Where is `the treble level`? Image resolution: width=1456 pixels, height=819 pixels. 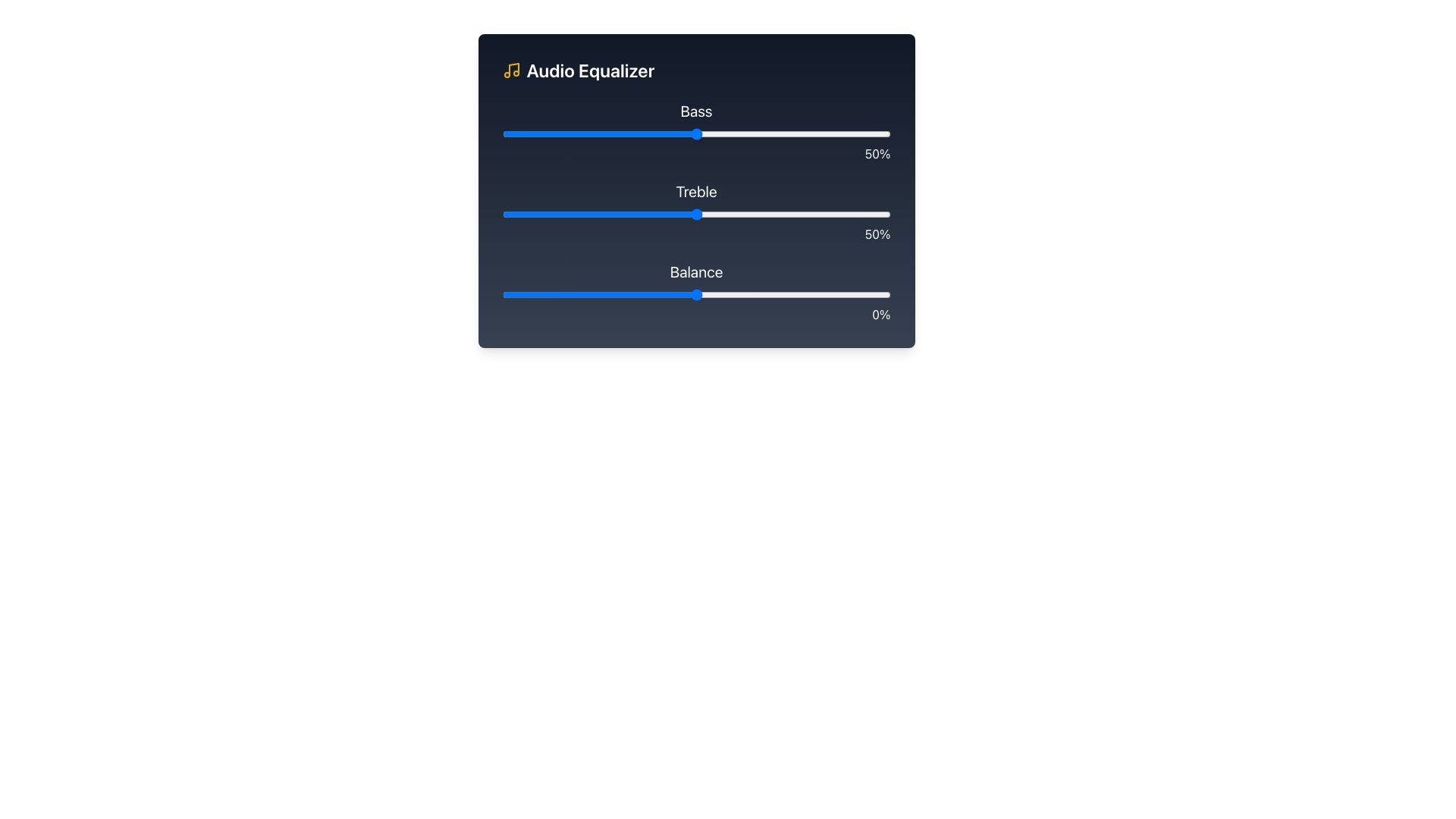
the treble level is located at coordinates (742, 214).